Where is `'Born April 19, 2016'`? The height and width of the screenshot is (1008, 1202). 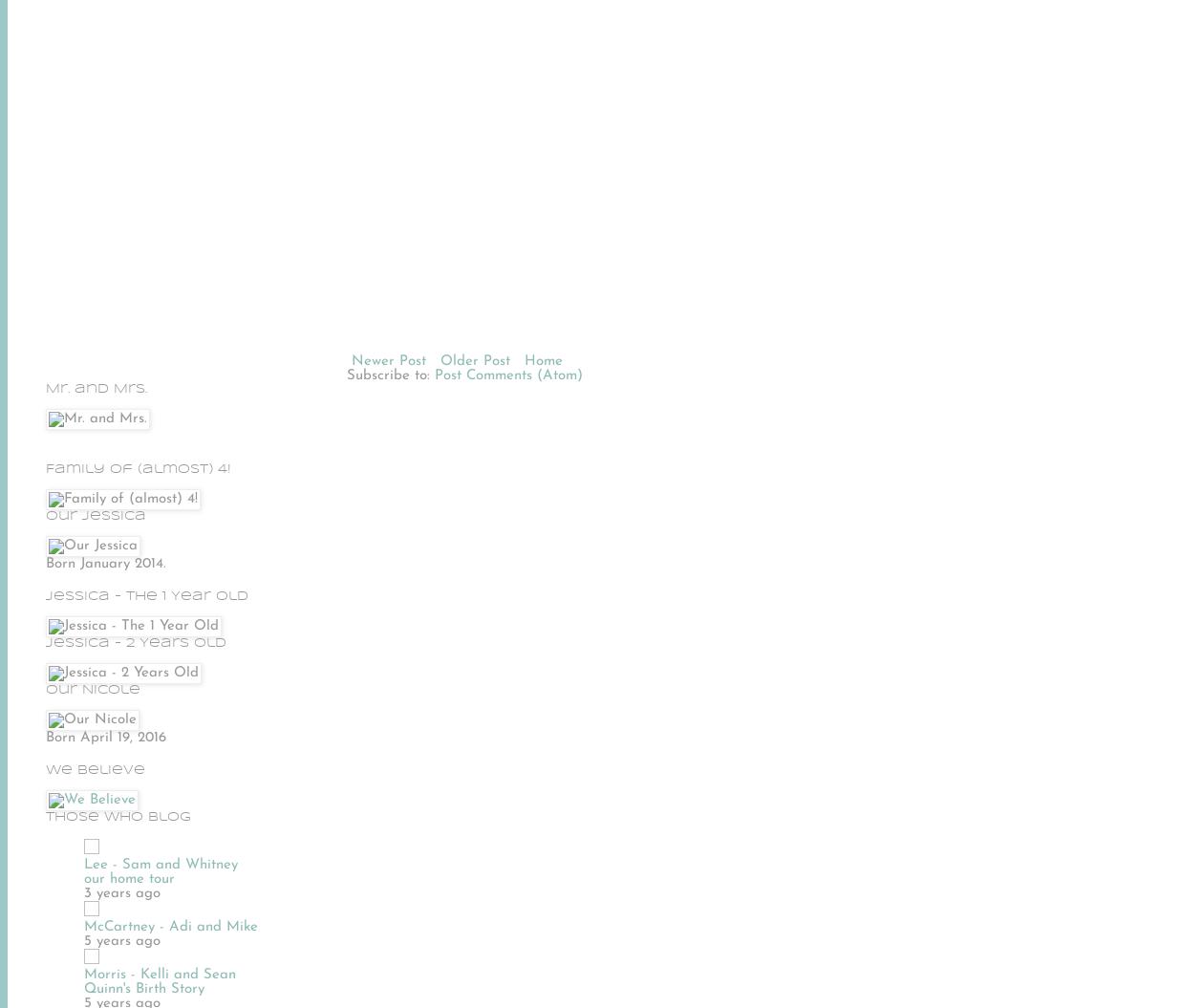
'Born April 19, 2016' is located at coordinates (105, 736).